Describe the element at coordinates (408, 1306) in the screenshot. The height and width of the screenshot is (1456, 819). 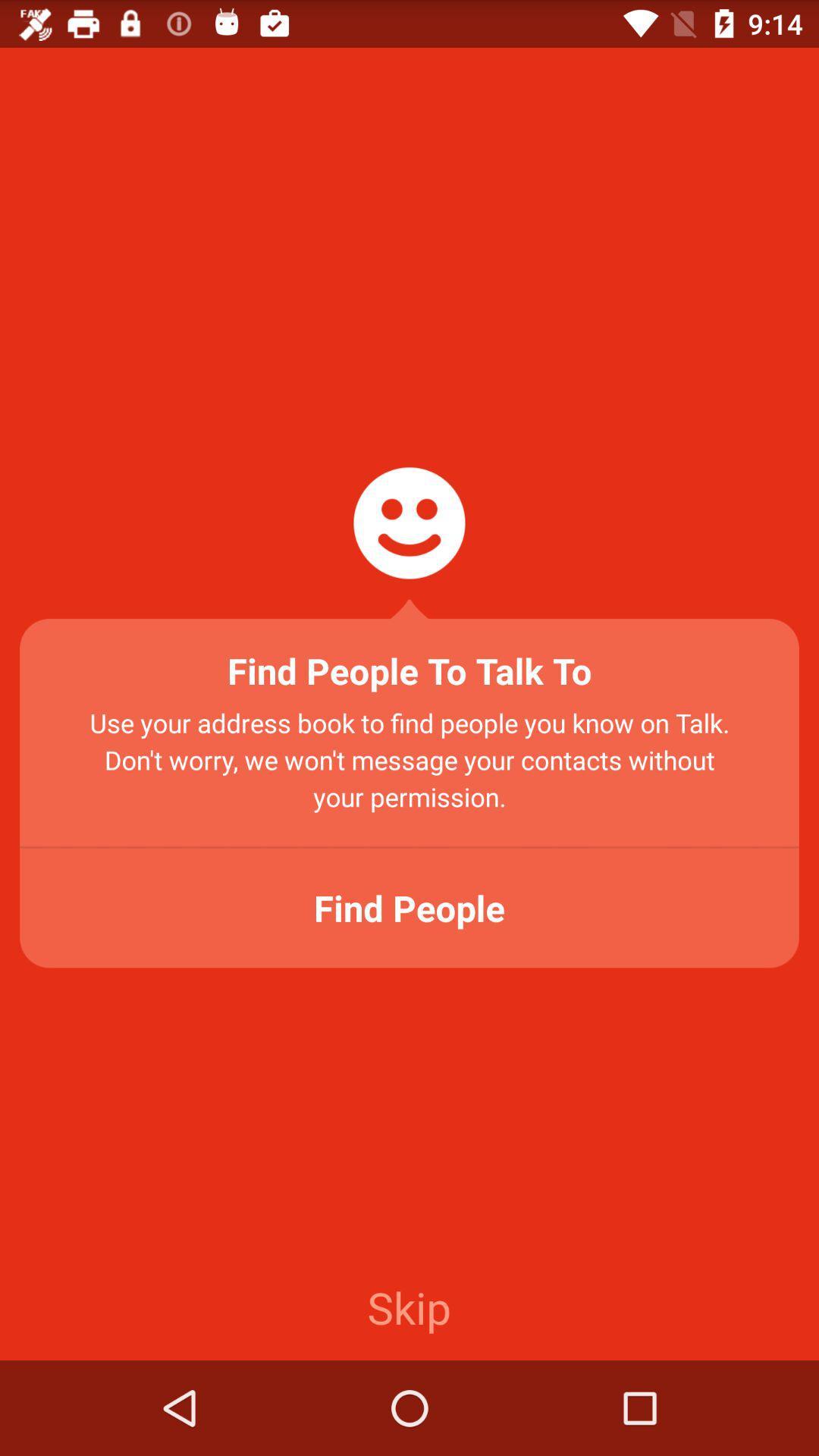
I see `the skip app` at that location.